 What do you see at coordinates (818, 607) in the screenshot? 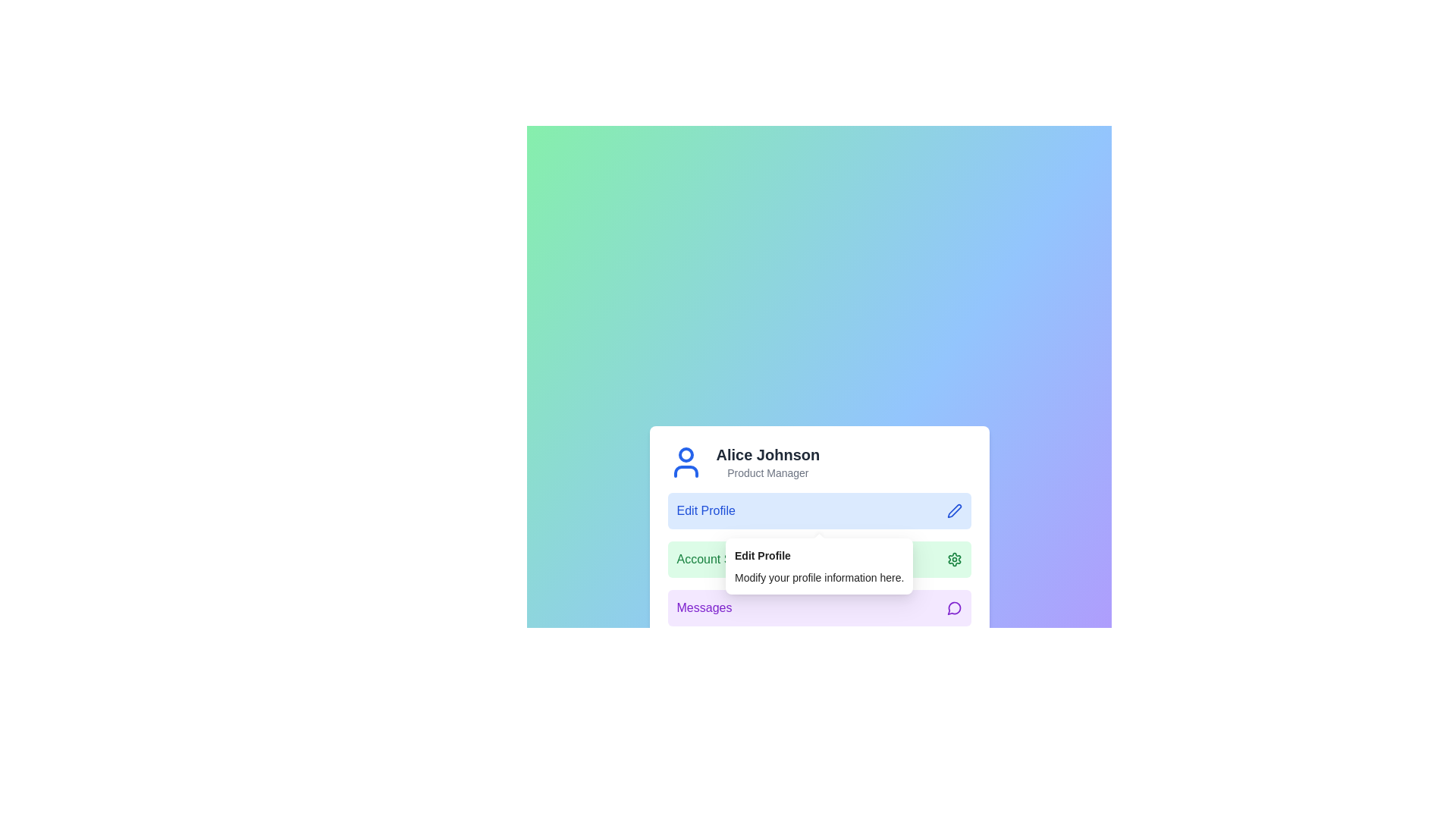
I see `the 'Messages' button located at the bottom of the vertical list of options within the white card component` at bounding box center [818, 607].